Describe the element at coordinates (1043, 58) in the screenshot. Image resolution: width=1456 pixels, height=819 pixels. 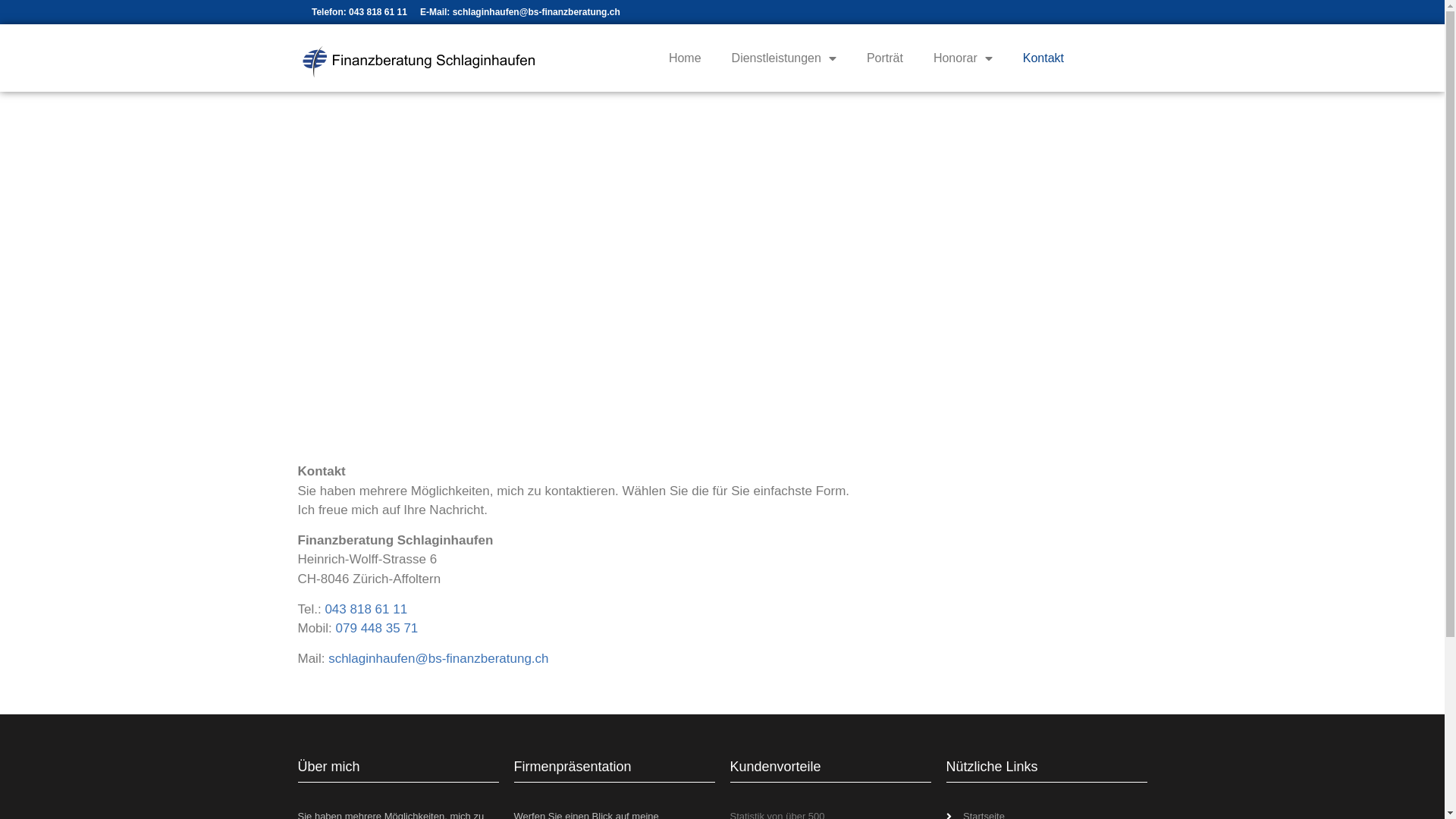
I see `'Kontakt'` at that location.